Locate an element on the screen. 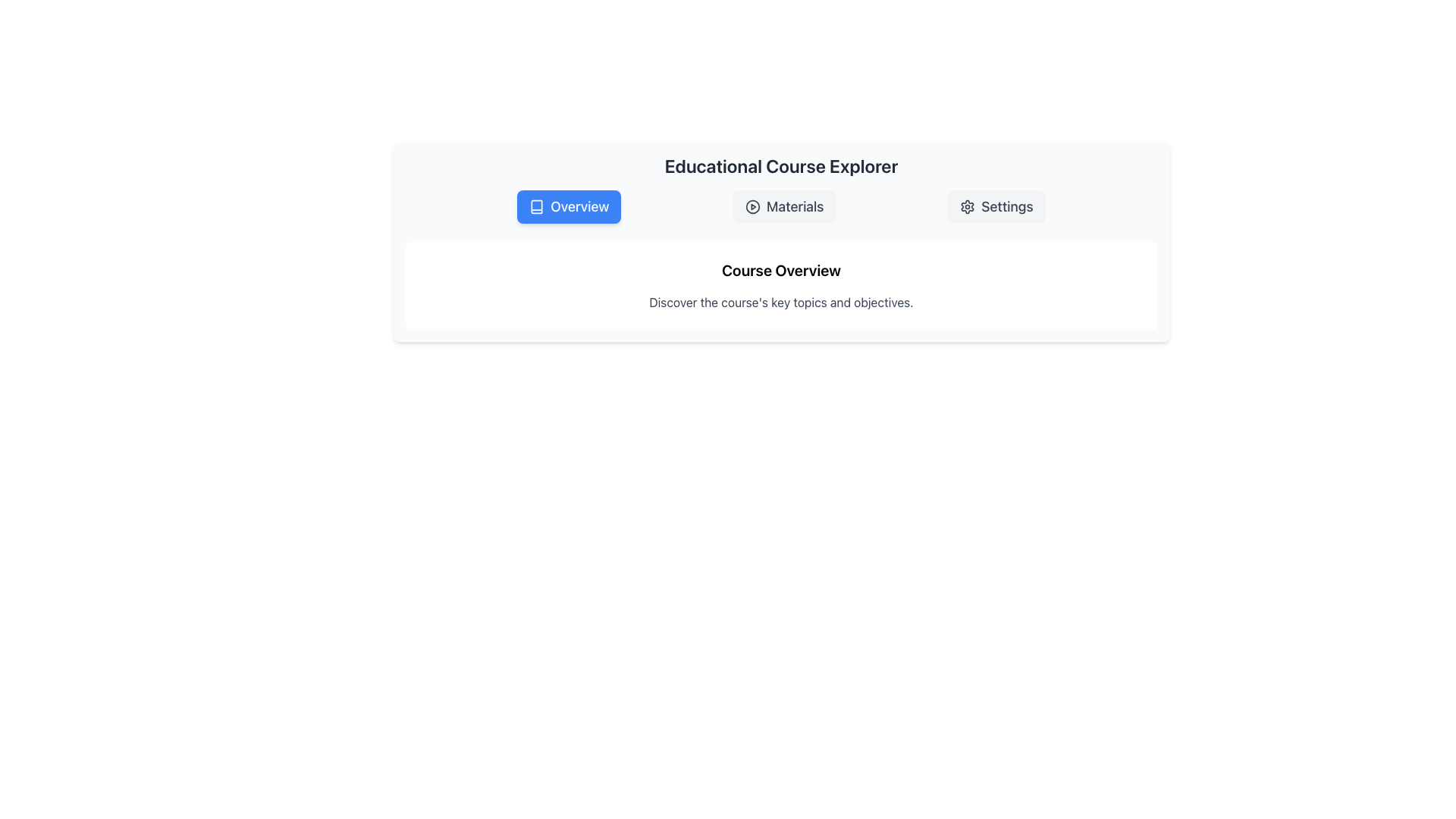  the text label 'Course Overview' which serves as a header for the content section is located at coordinates (781, 270).